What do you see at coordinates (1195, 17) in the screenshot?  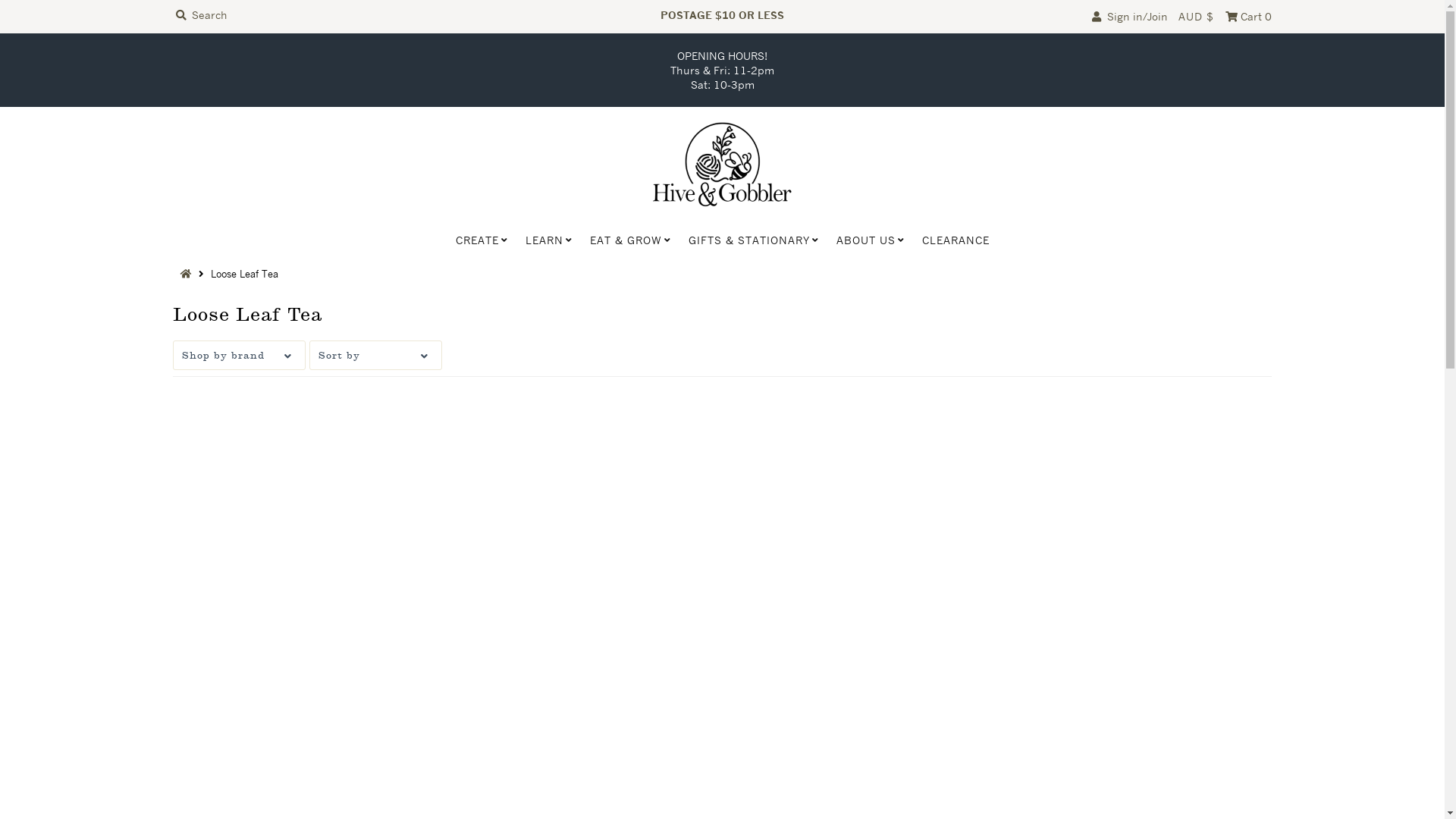 I see `'AUD $'` at bounding box center [1195, 17].